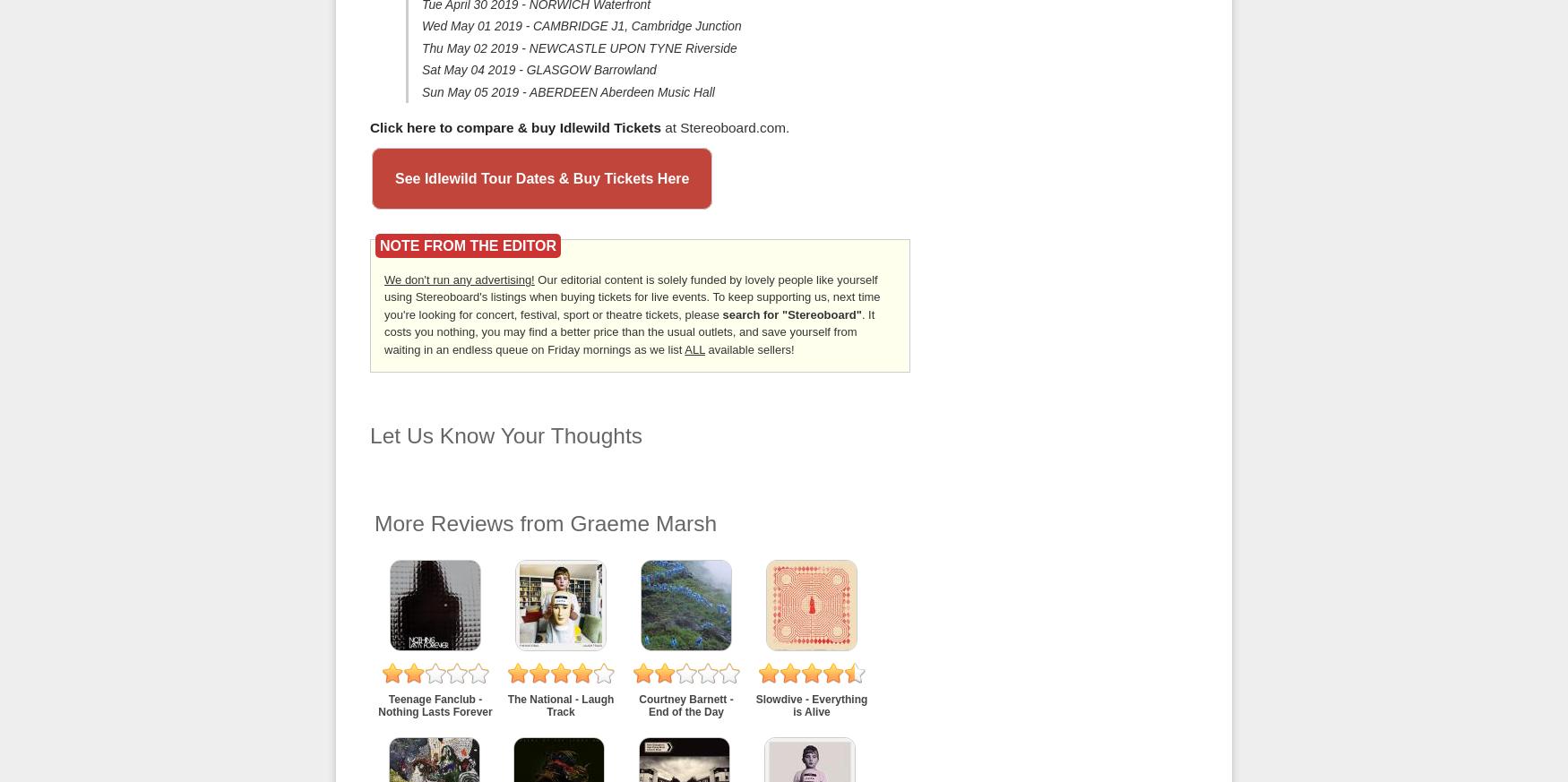  Describe the element at coordinates (515, 126) in the screenshot. I see `'Click here to compare & buy Idlewild Tickets'` at that location.